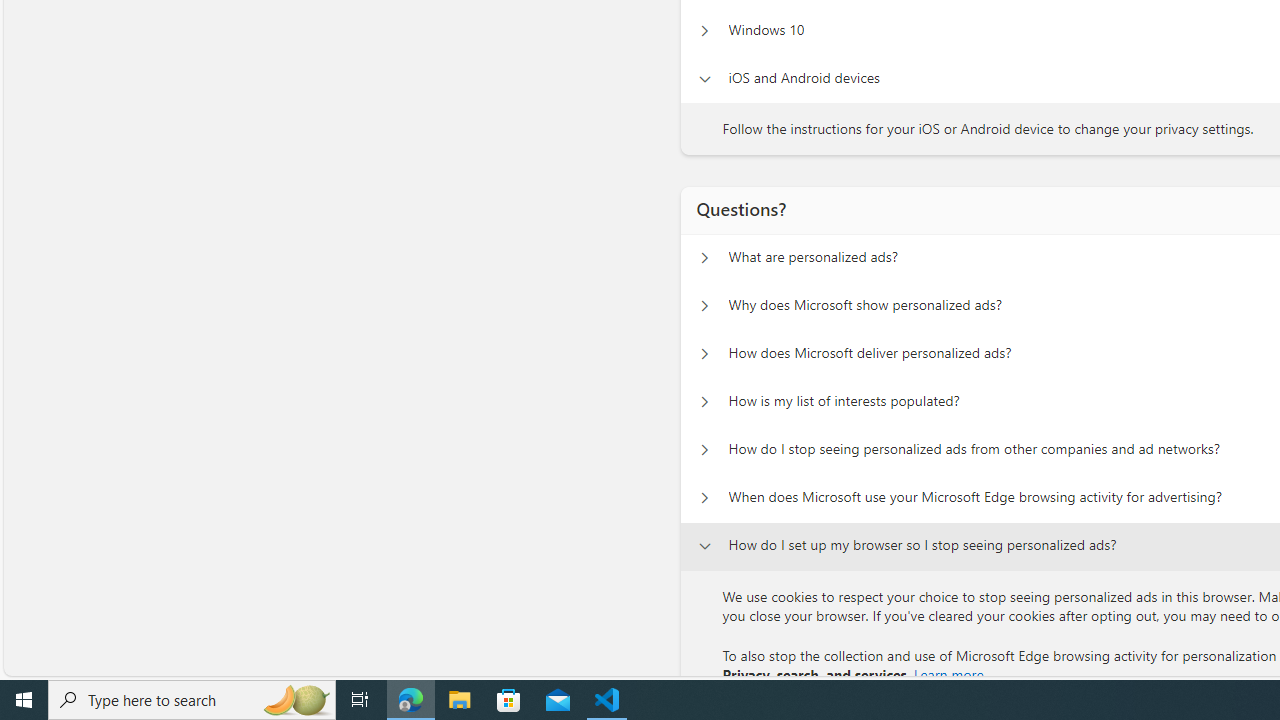 This screenshot has width=1280, height=720. I want to click on 'Questions? How is my list of interests populated?', so click(704, 402).